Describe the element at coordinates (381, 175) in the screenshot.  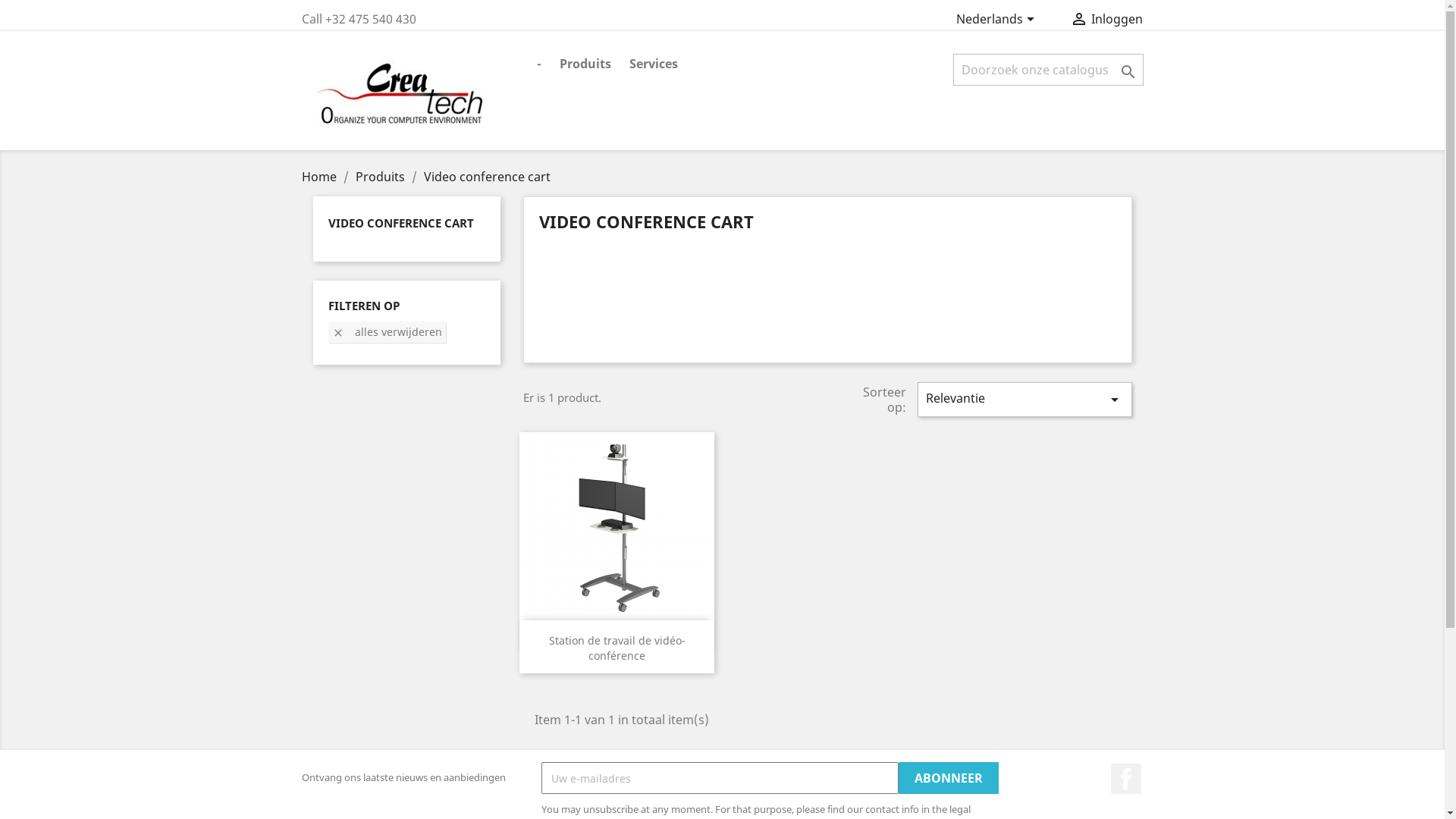
I see `'Produits'` at that location.